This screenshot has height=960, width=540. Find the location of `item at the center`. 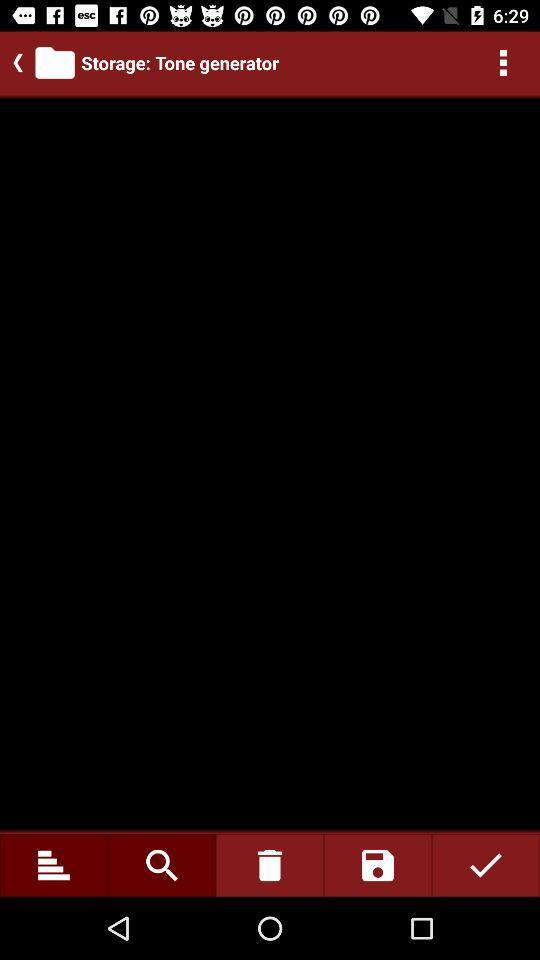

item at the center is located at coordinates (270, 464).